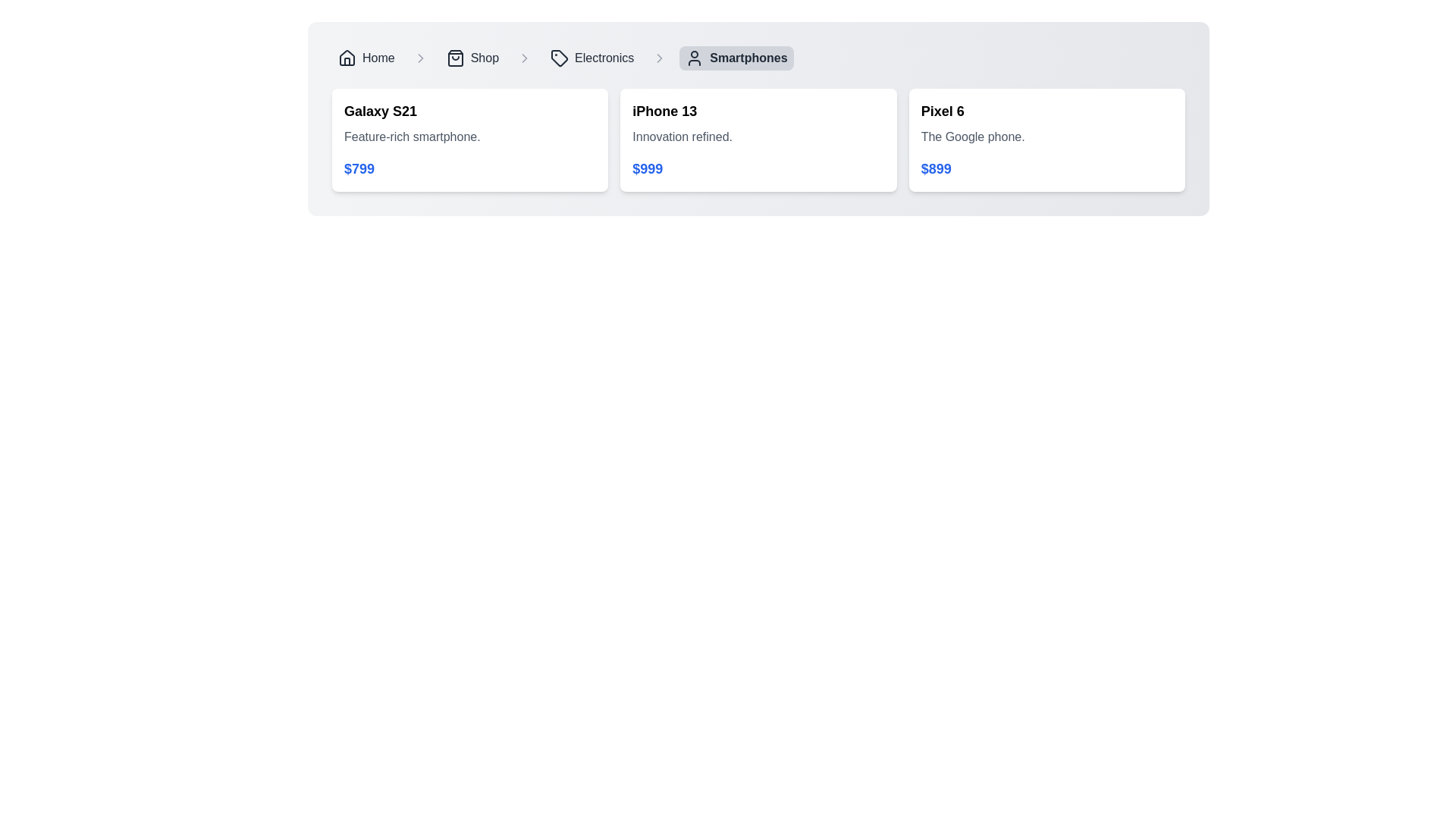  What do you see at coordinates (381, 110) in the screenshot?
I see `the 'Galaxy S21' text label, which is styled in a bold, enlarged font and serves as the title of a product card located at the upper section of the first item in a horizontal list of product cards` at bounding box center [381, 110].